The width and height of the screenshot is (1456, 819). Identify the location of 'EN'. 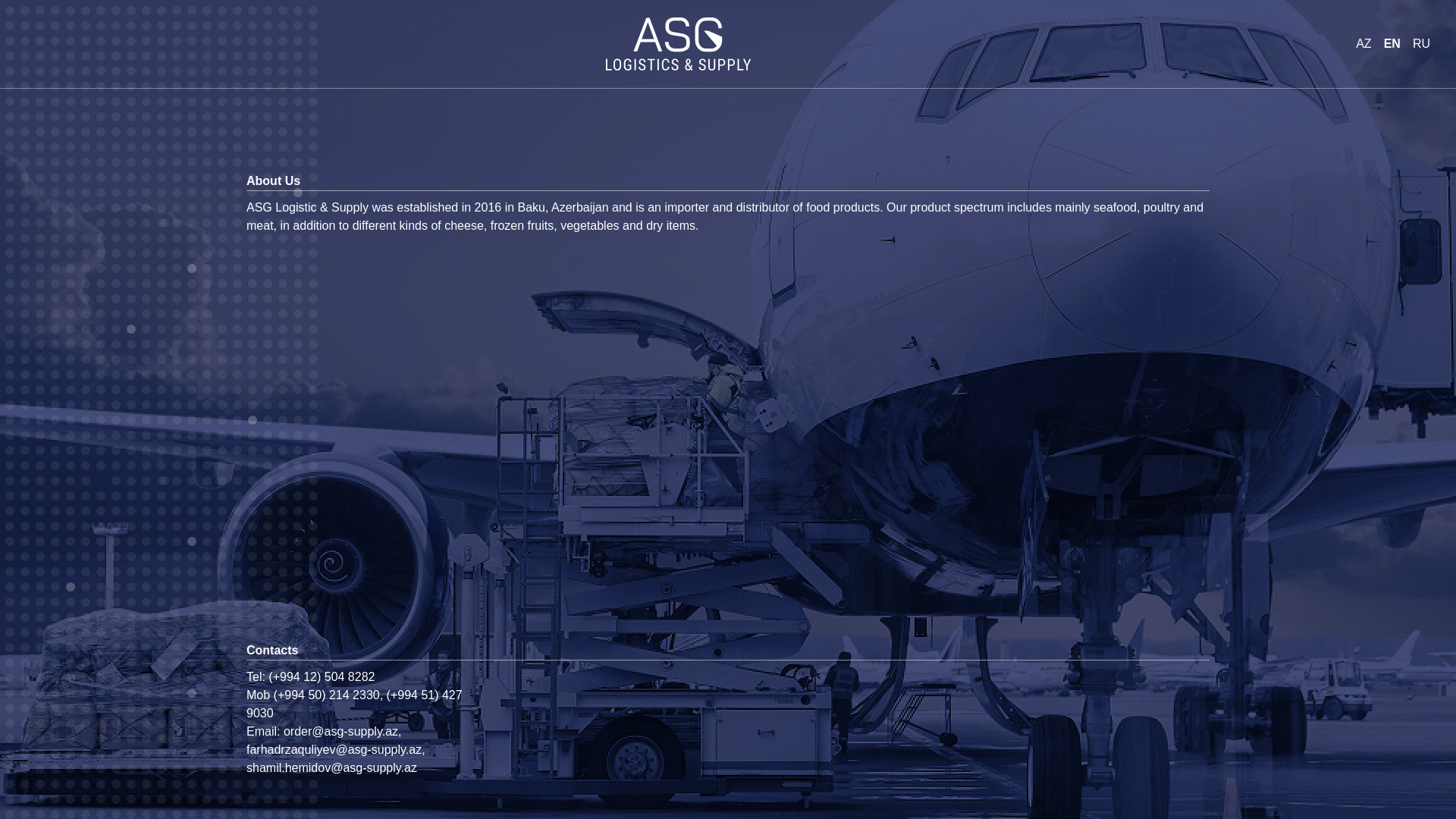
(1378, 42).